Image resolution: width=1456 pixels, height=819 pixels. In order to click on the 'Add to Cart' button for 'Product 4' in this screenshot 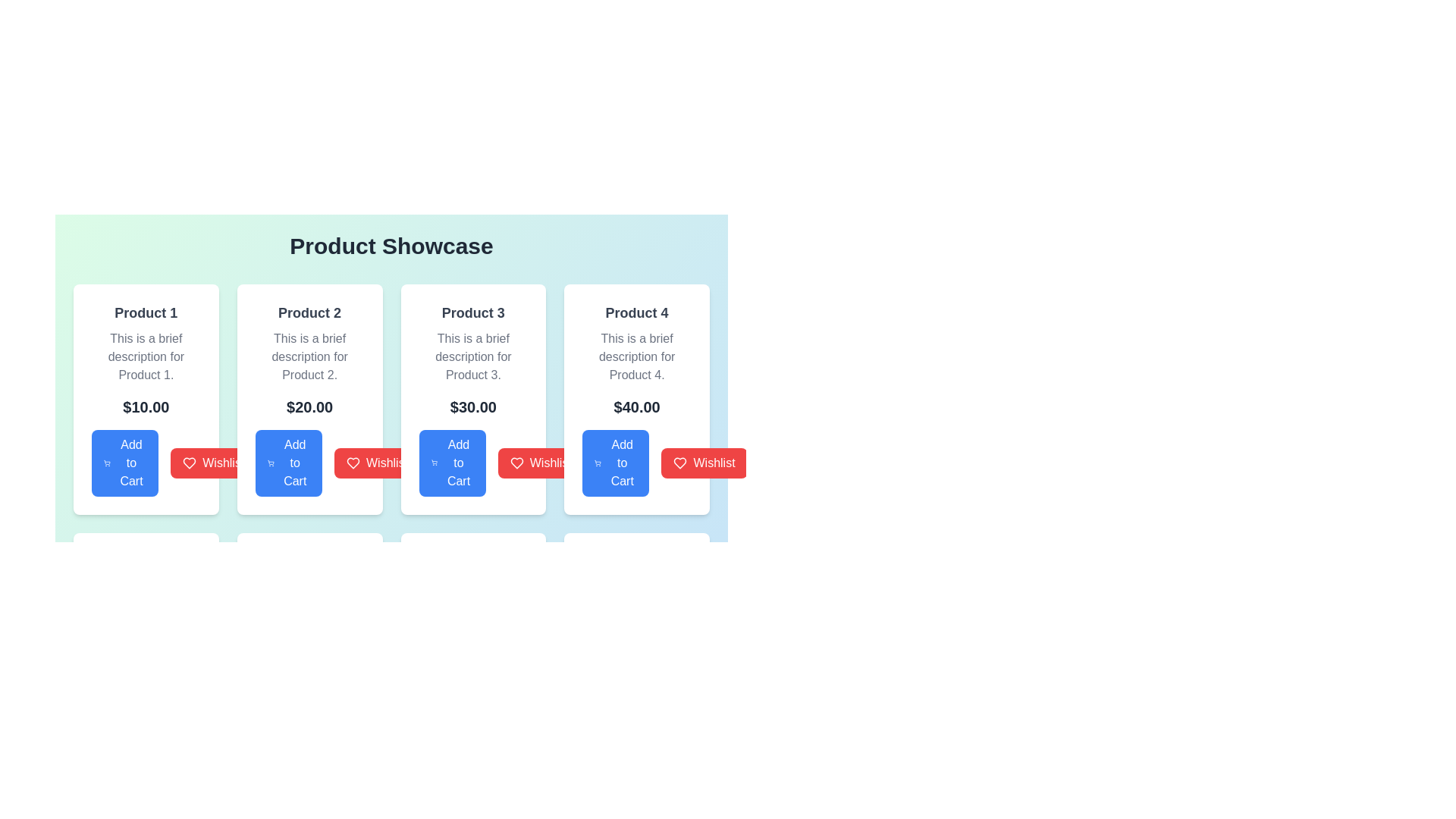, I will do `click(637, 462)`.